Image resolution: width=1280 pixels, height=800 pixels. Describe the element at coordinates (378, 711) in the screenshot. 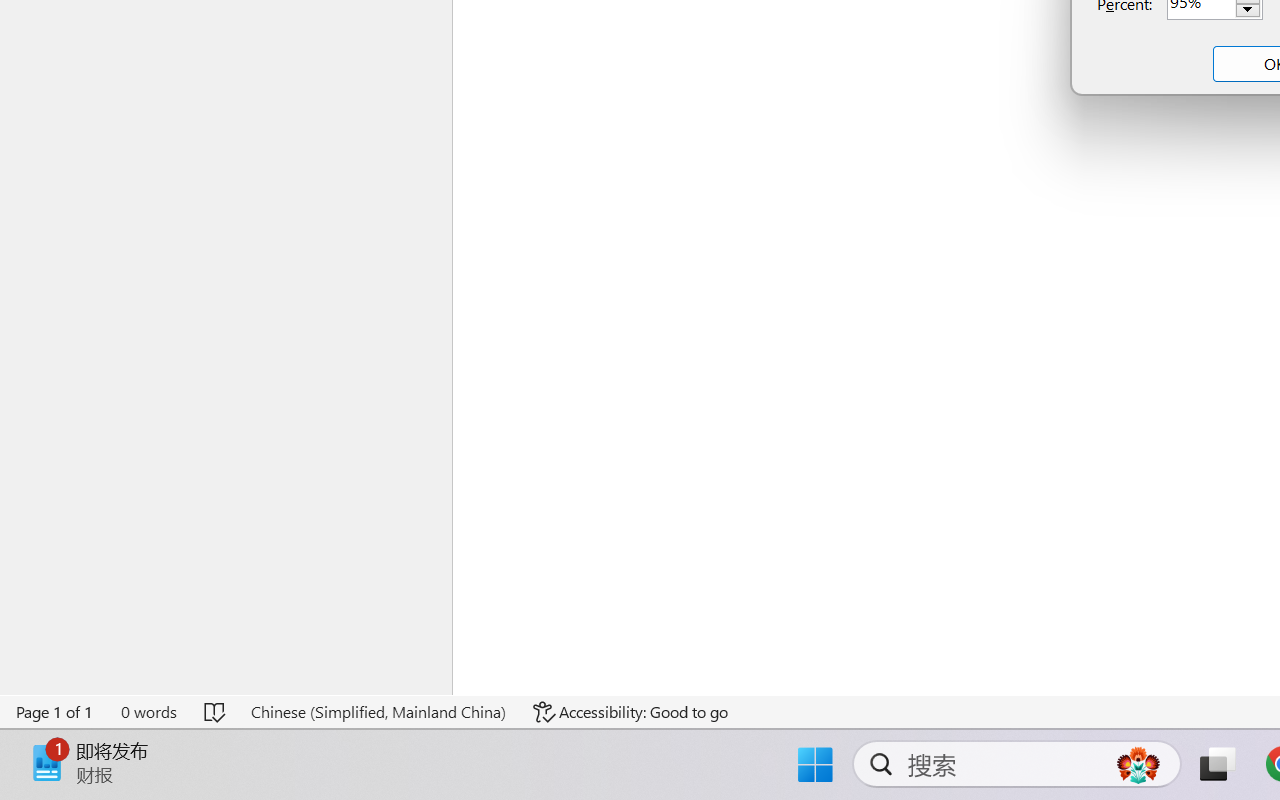

I see `'Language Chinese (Simplified, Mainland China)'` at that location.